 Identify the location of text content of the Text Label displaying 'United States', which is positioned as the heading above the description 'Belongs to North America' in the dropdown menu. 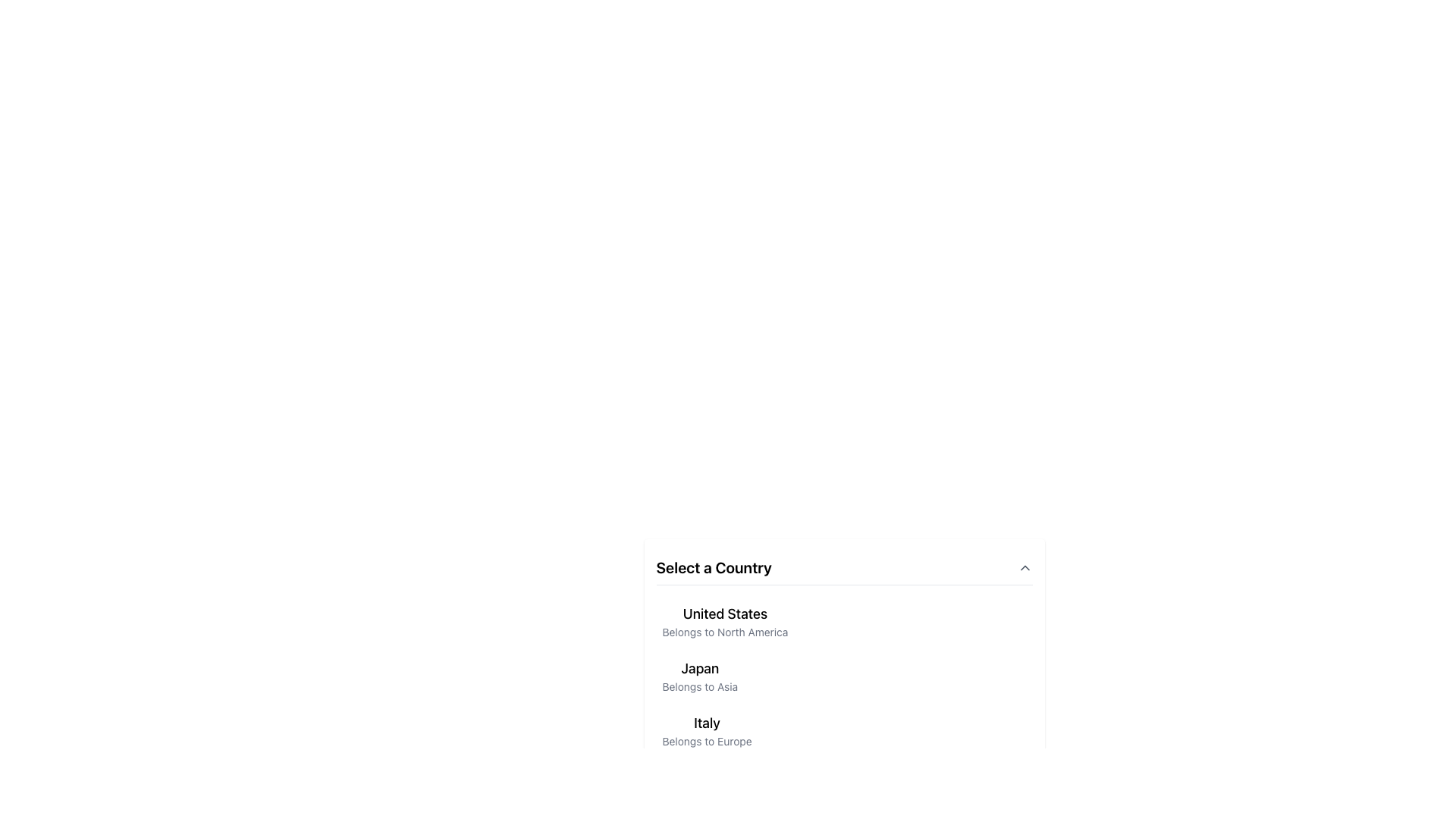
(724, 614).